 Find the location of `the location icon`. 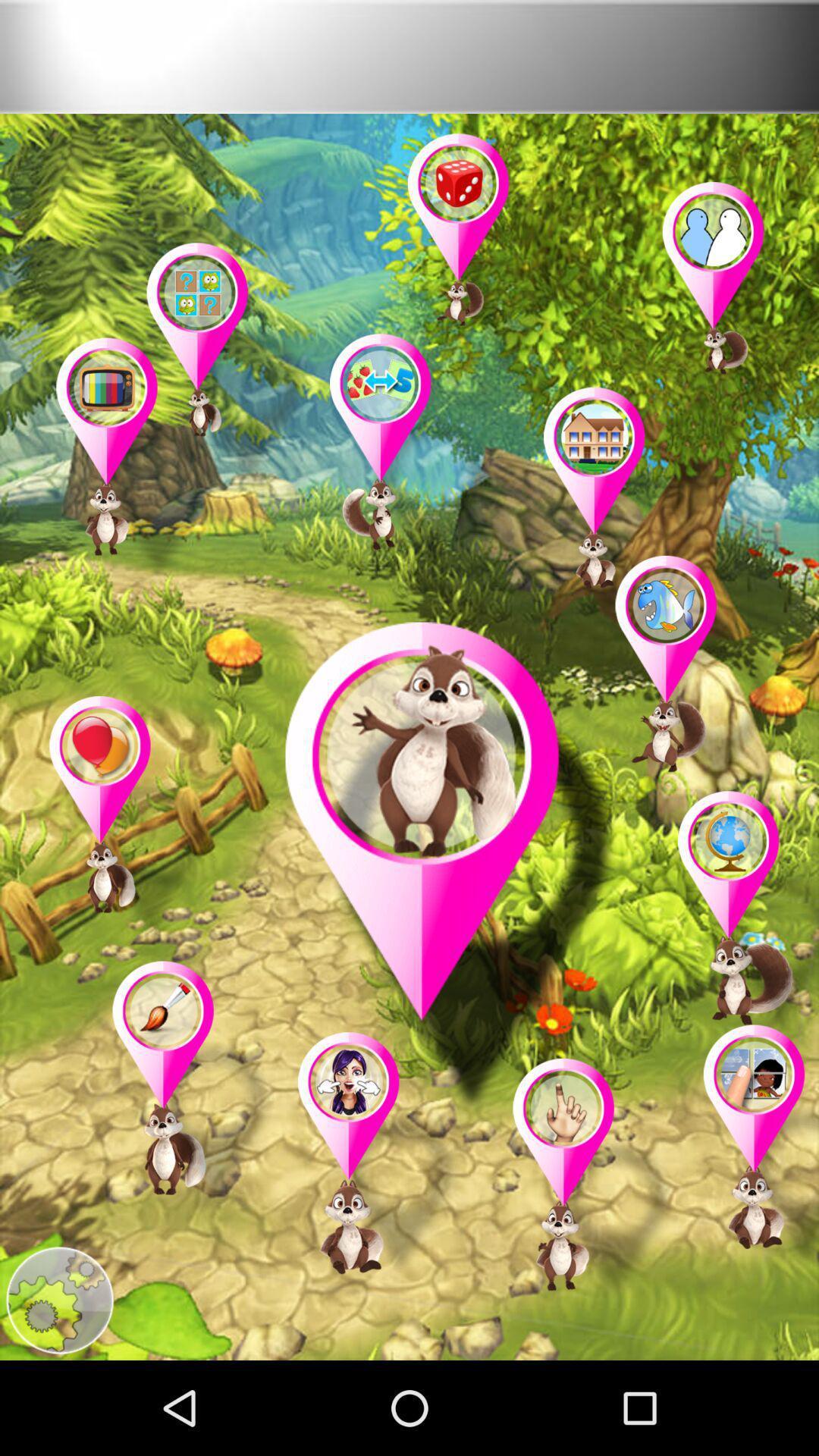

the location icon is located at coordinates (739, 980).